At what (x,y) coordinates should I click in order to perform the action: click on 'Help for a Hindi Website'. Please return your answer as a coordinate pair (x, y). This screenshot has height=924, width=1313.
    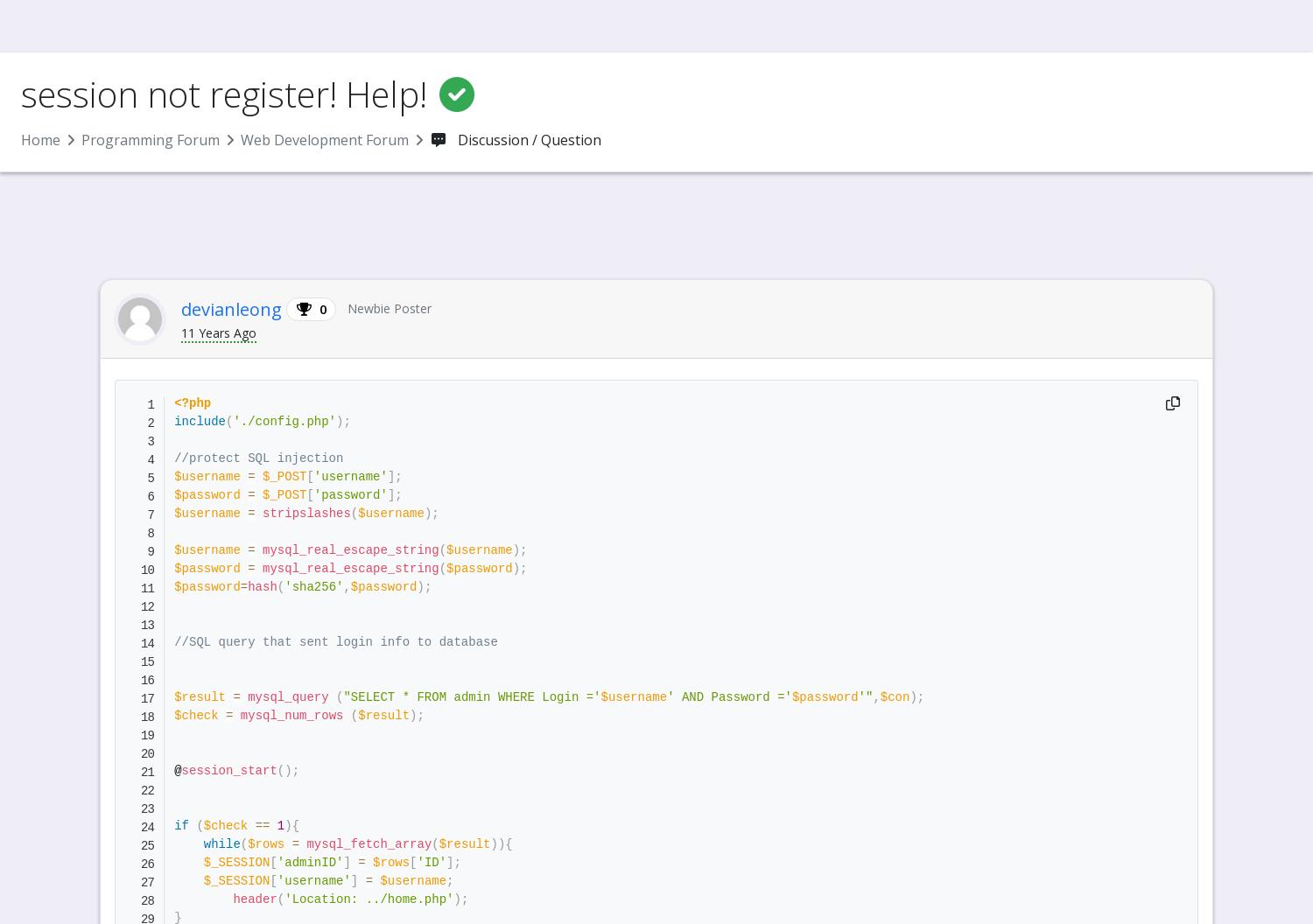
    Looking at the image, I should click on (1065, 412).